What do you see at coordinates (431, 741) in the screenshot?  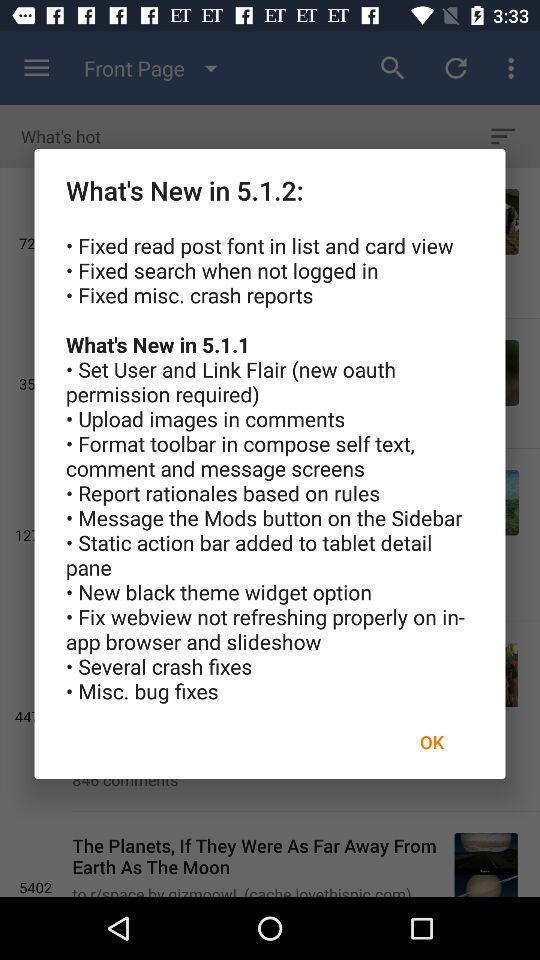 I see `ok at the bottom right corner` at bounding box center [431, 741].